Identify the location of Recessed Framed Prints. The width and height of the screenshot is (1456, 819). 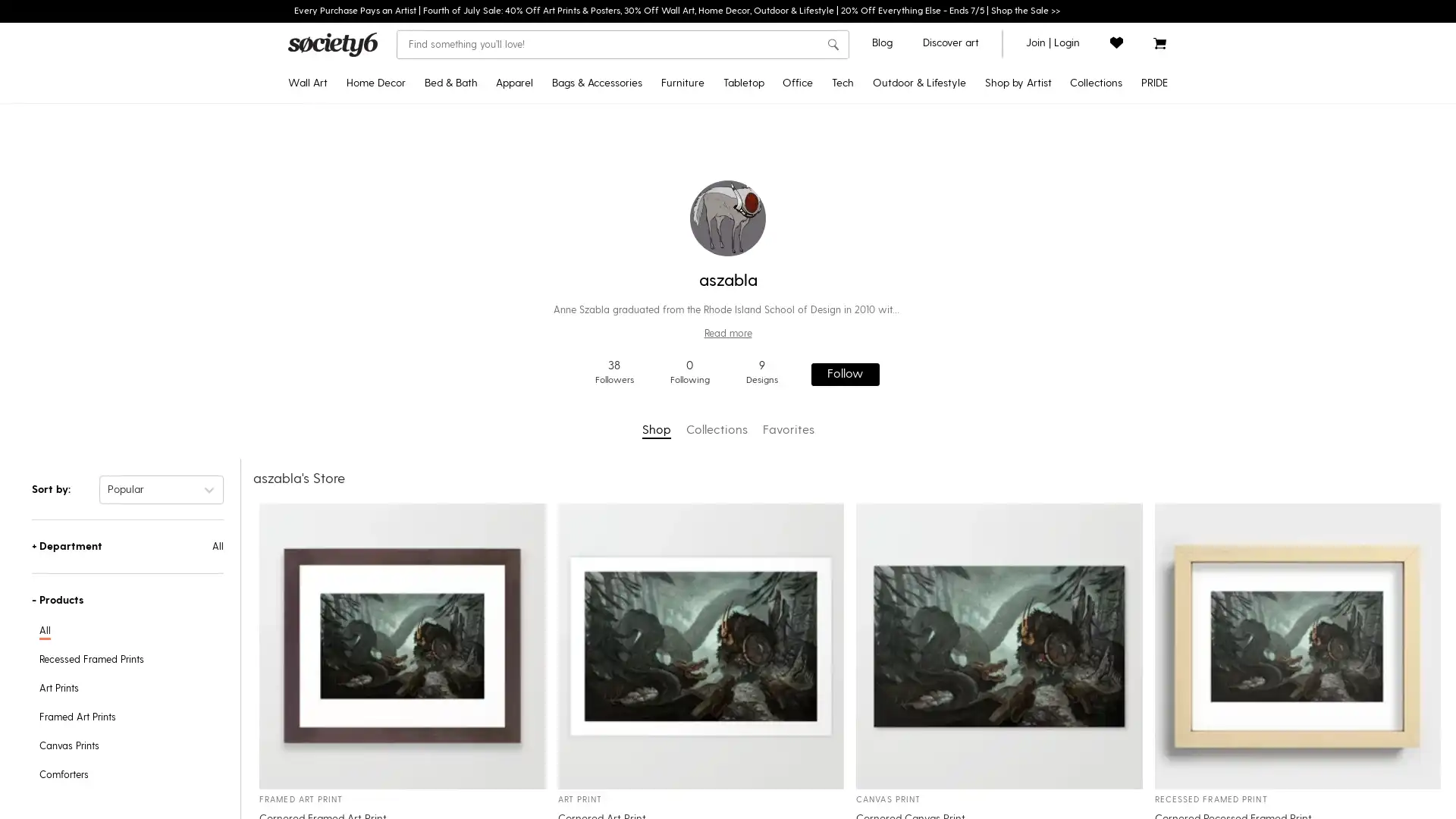
(356, 170).